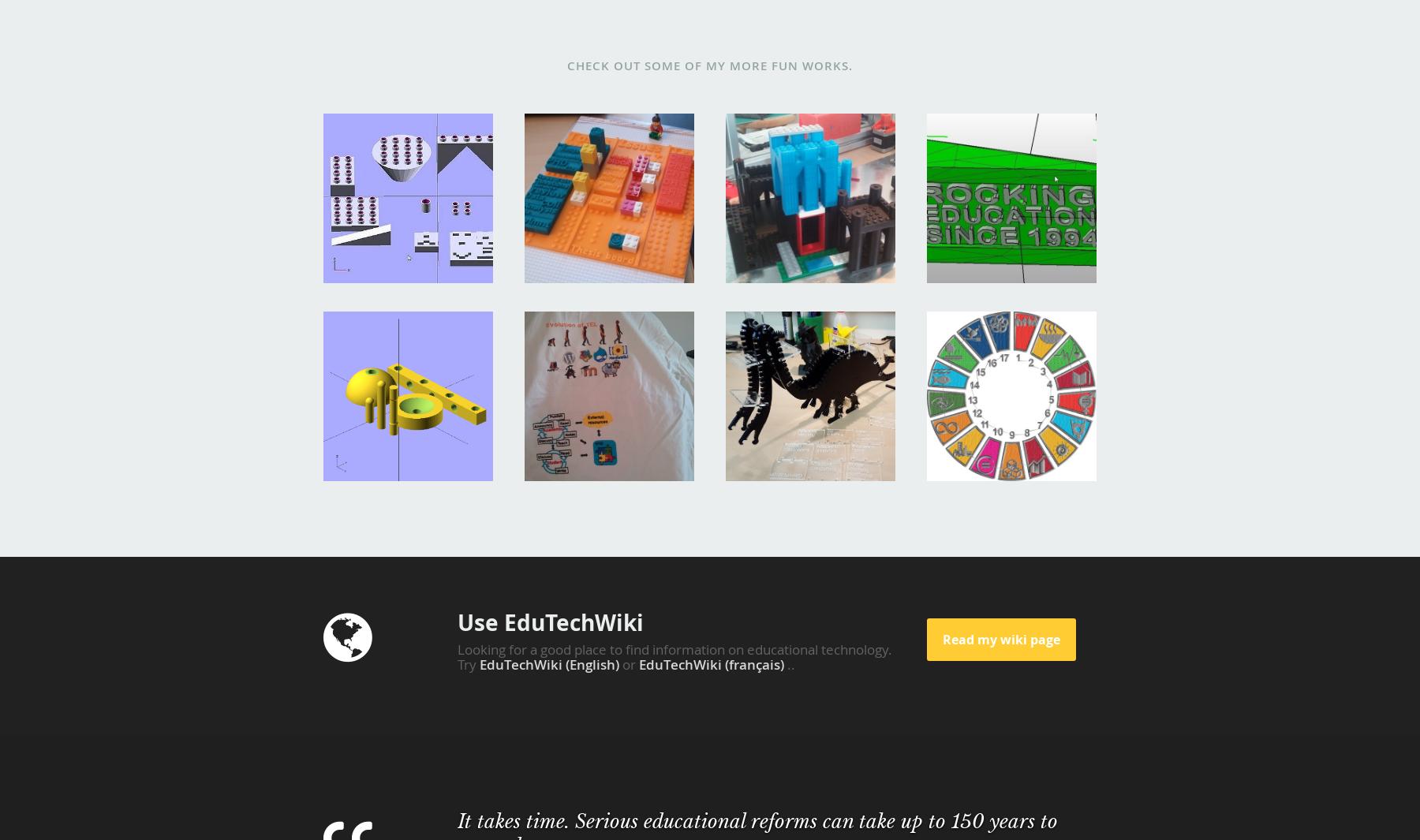 The height and width of the screenshot is (840, 1420). What do you see at coordinates (537, 355) in the screenshot?
I see `'Dress smartly and make your point !'` at bounding box center [537, 355].